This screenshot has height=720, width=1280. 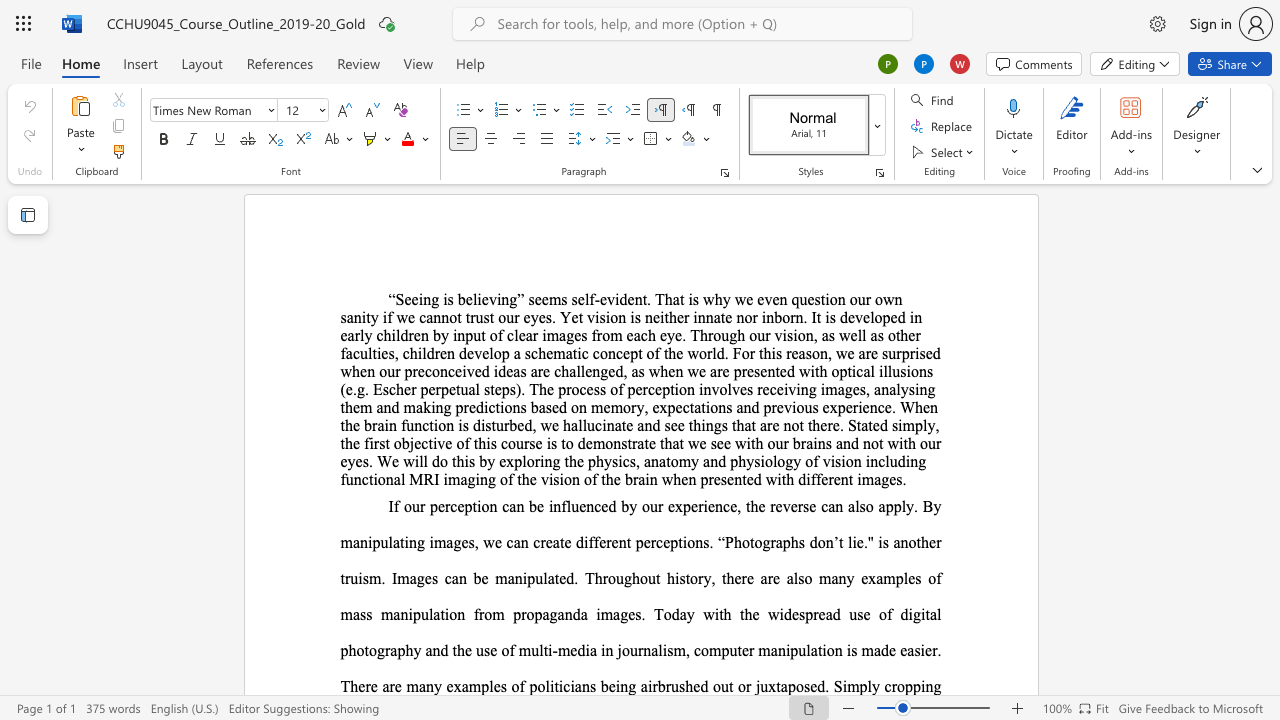 I want to click on the 3th character "d" in the text, so click(x=813, y=542).